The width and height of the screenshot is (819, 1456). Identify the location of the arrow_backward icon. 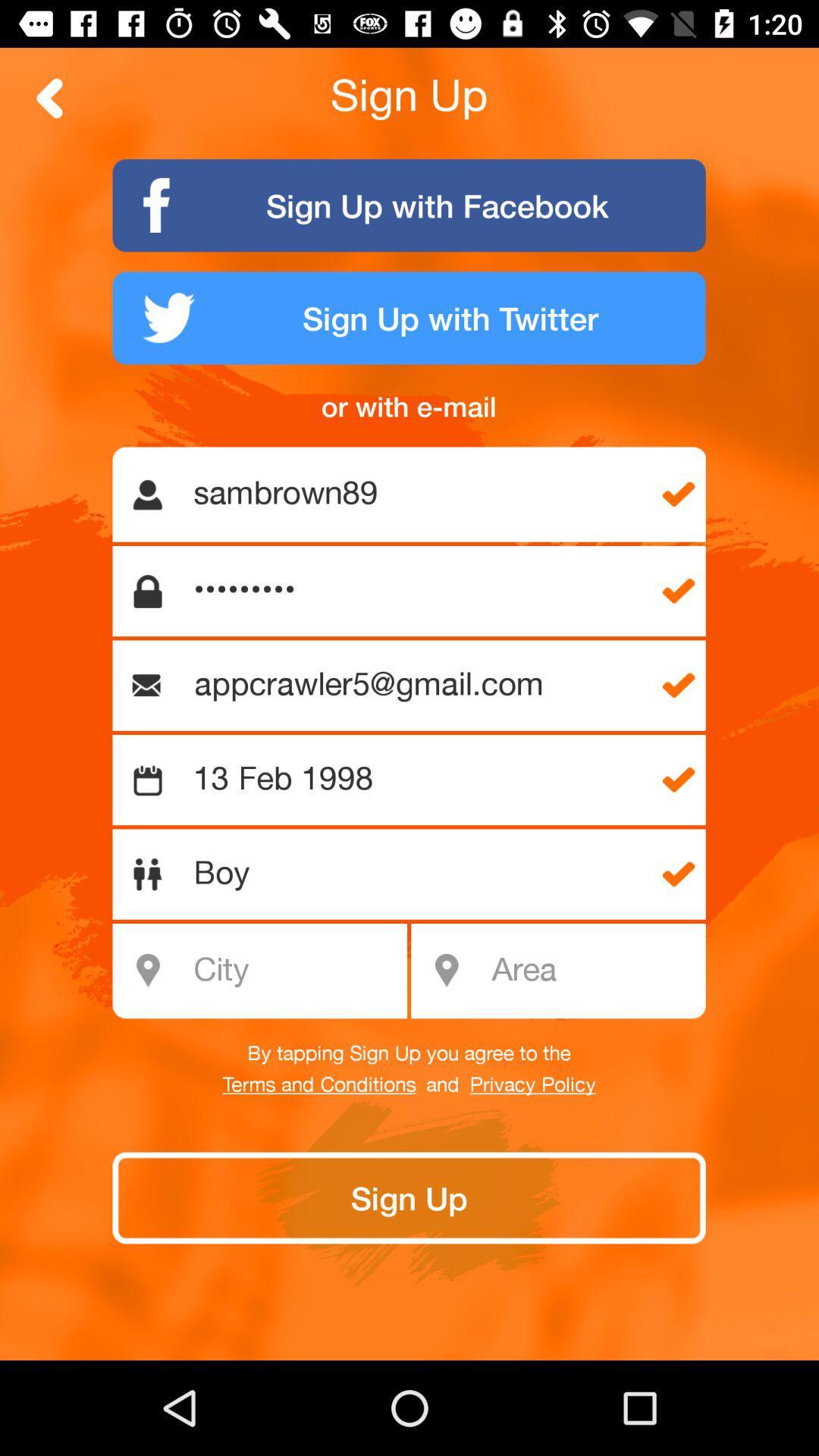
(49, 97).